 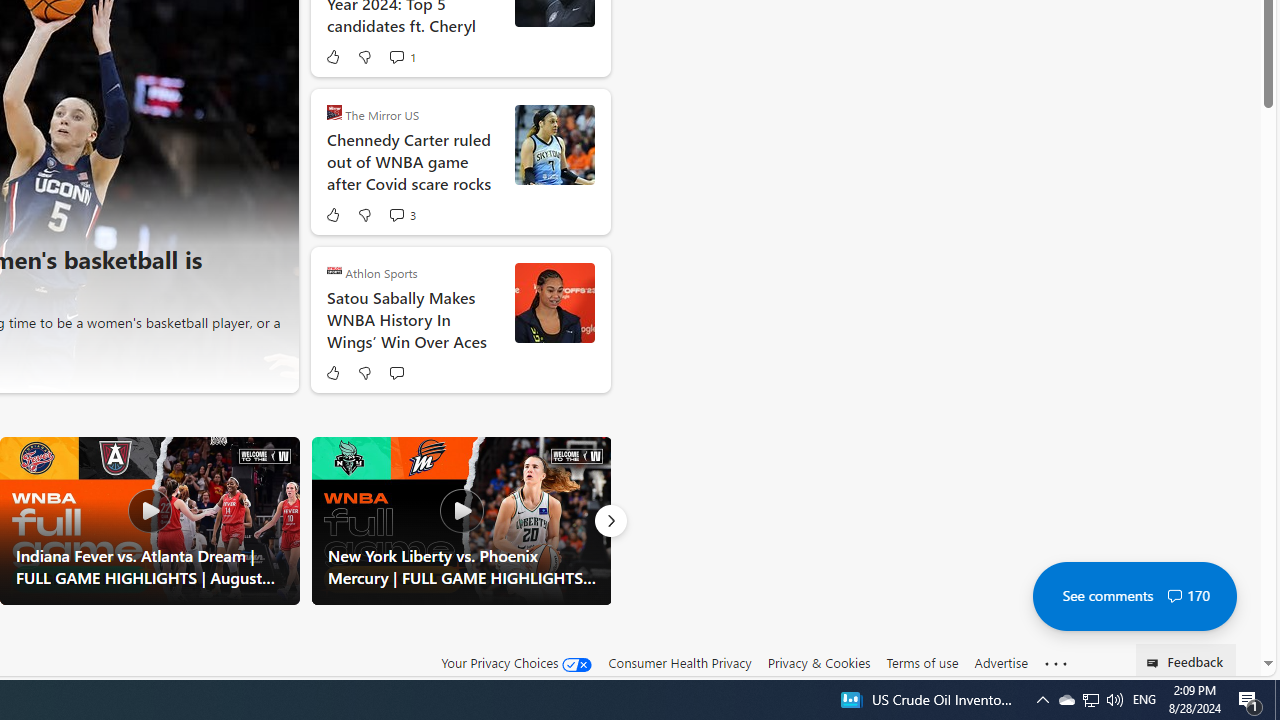 I want to click on 'Next', so click(x=609, y=519).